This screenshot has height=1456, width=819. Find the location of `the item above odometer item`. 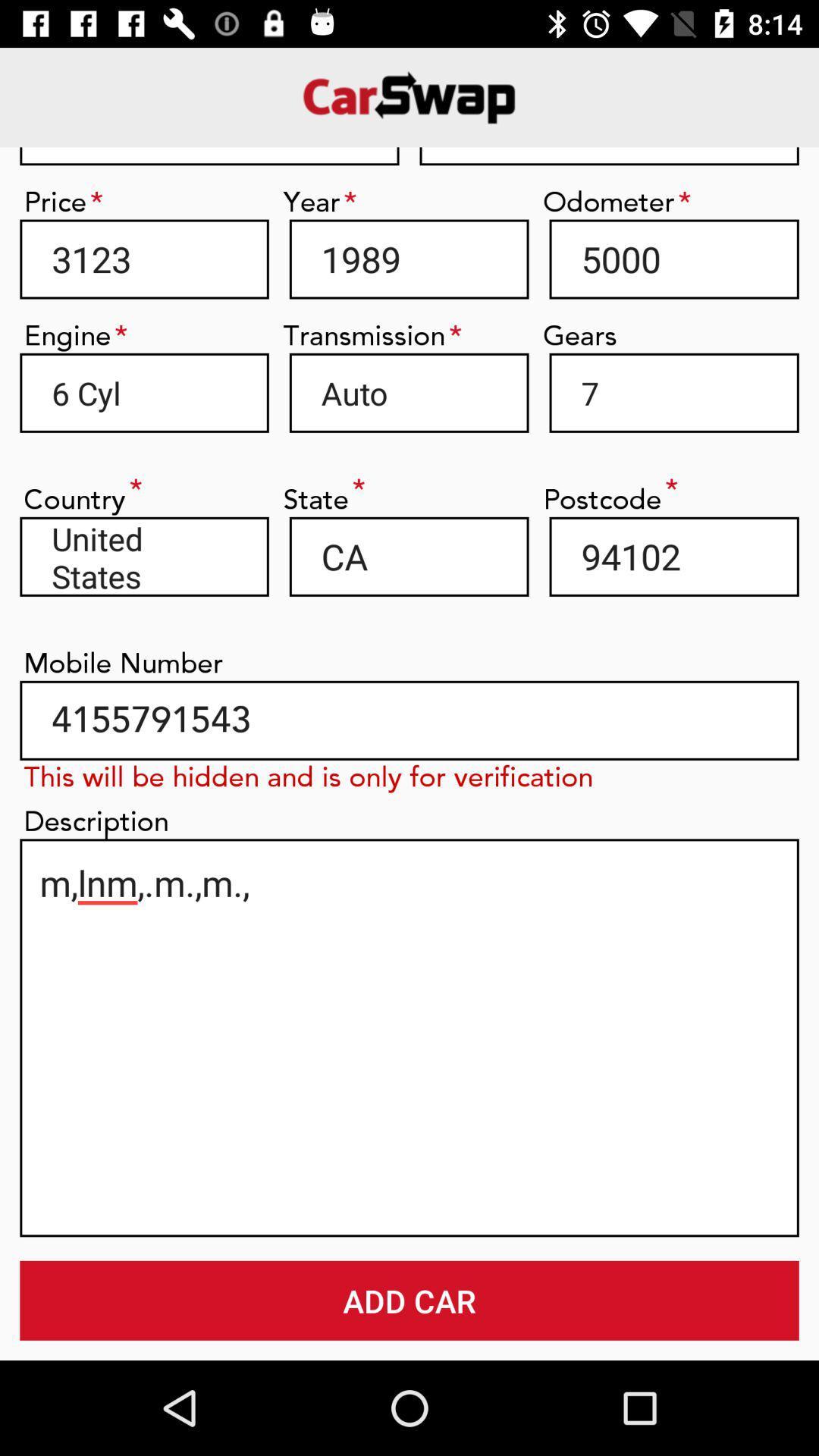

the item above odometer item is located at coordinates (608, 156).